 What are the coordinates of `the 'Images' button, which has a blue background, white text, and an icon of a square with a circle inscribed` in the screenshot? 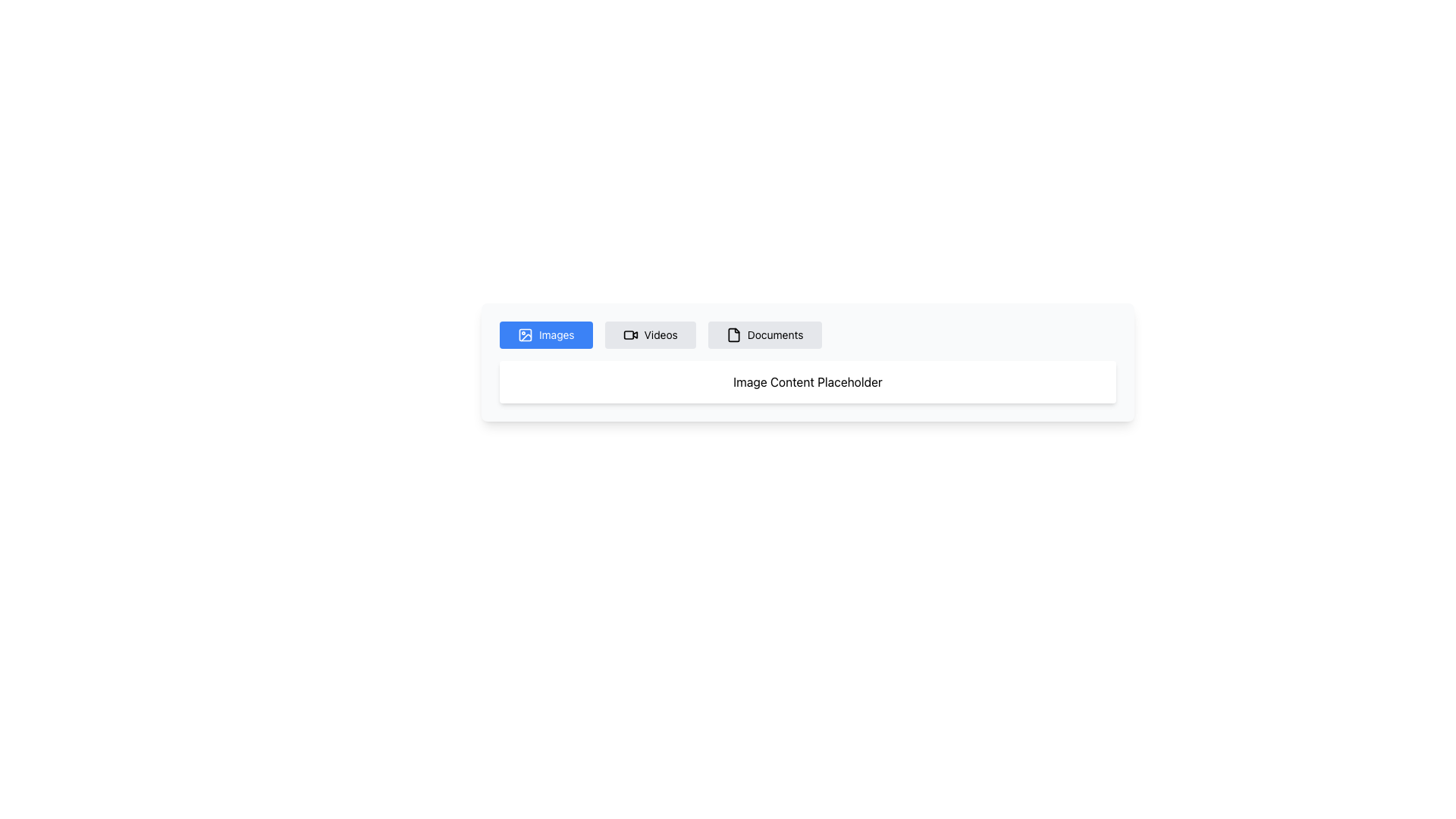 It's located at (546, 334).